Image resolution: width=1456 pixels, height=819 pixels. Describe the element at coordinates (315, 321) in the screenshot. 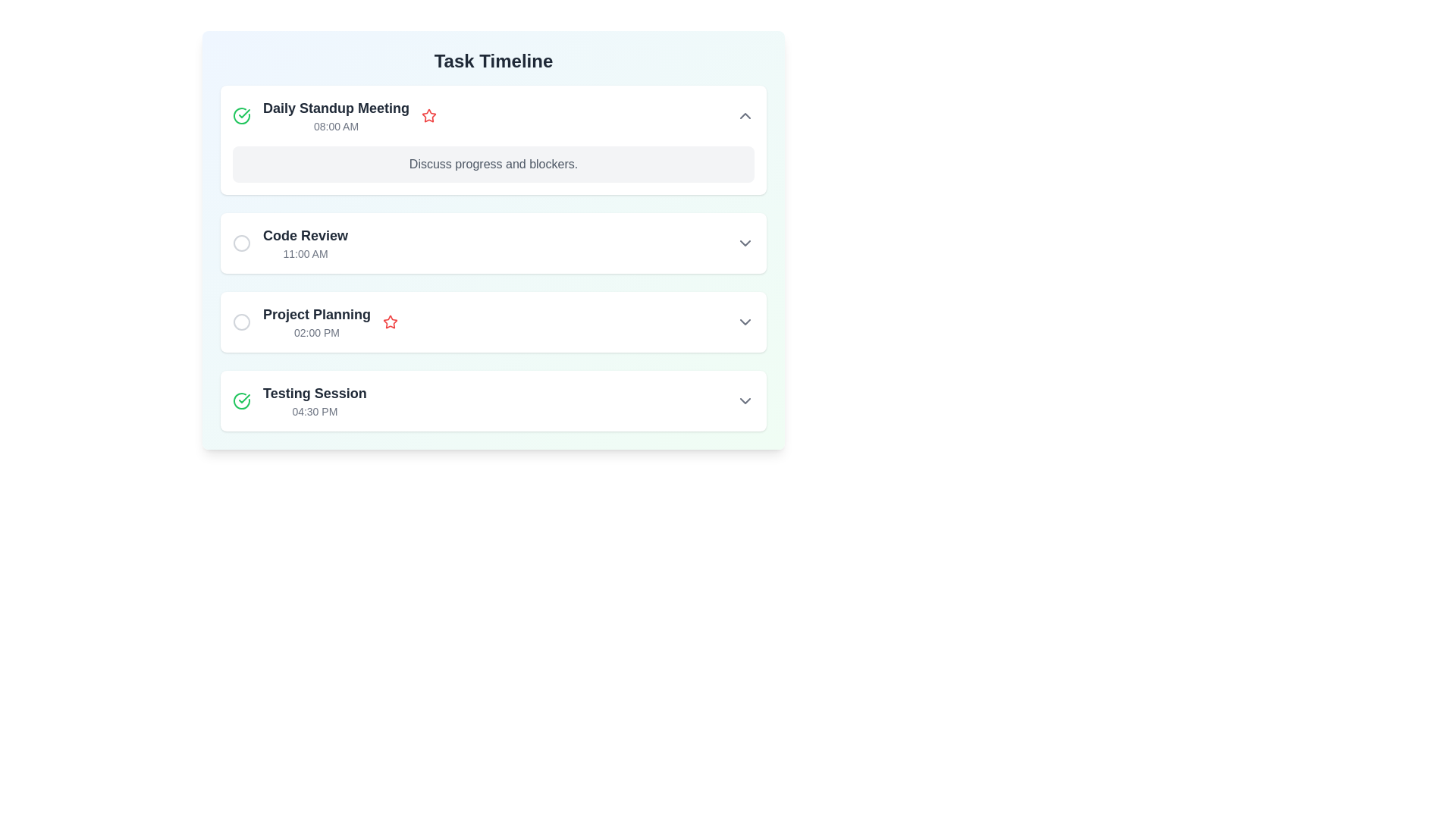

I see `the textual label group containing 'Project Planning' and '02:00 PM' located in the third entry of the 'Task Timeline' list` at that location.